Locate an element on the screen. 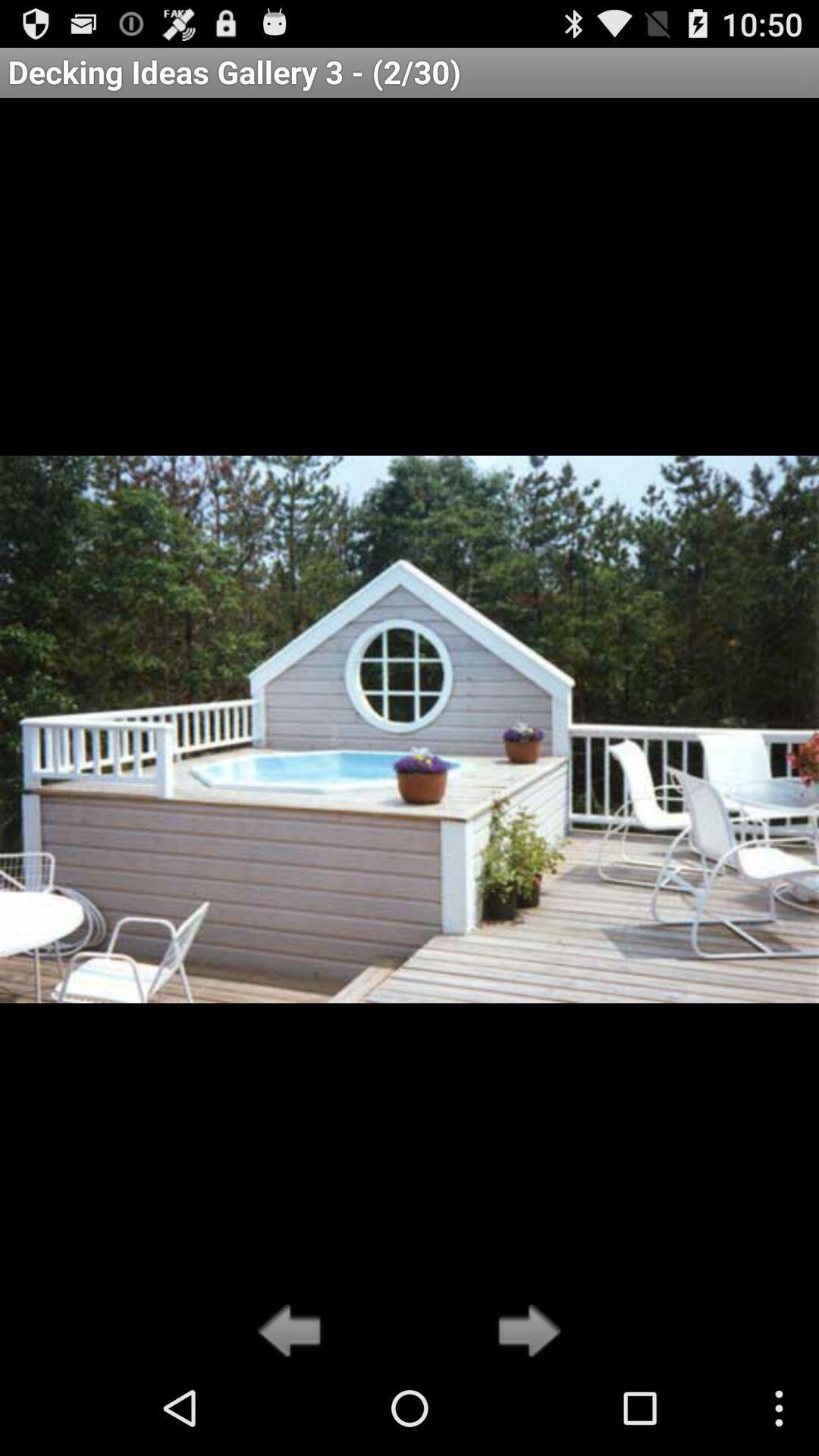  move forward to the next image is located at coordinates (524, 1332).